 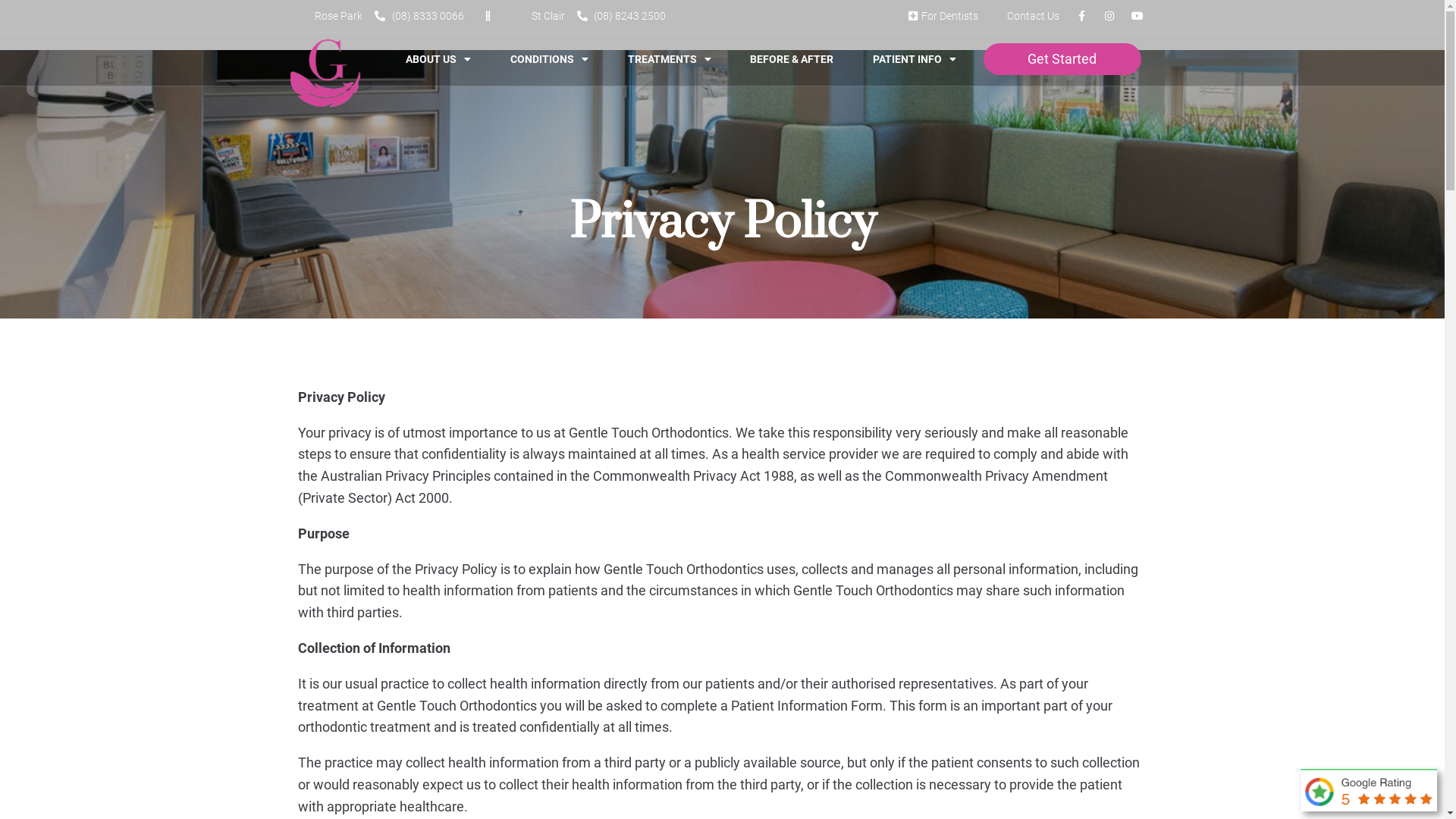 I want to click on 'CONDITIONS', so click(x=548, y=58).